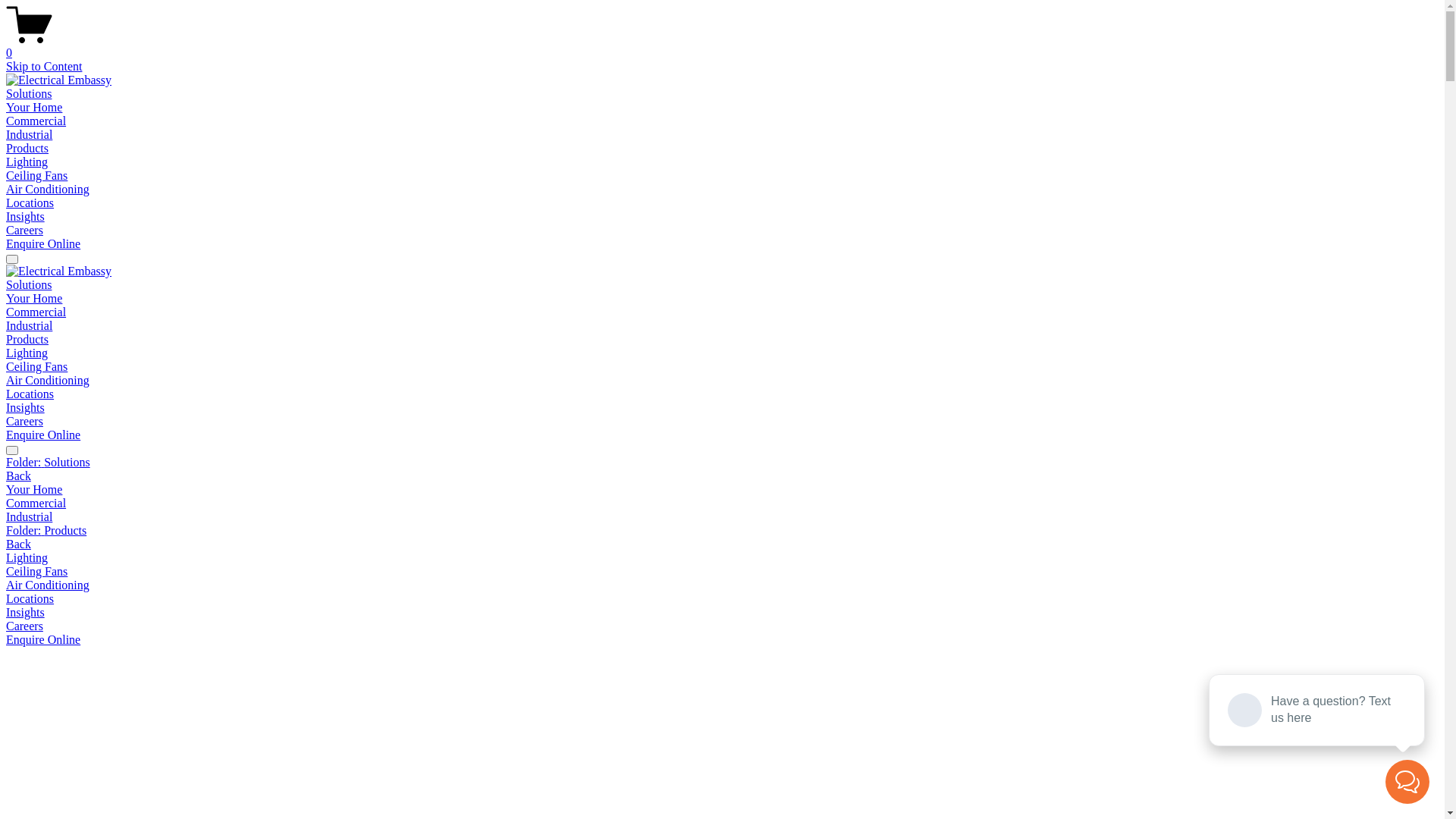  Describe the element at coordinates (721, 611) in the screenshot. I see `'Insights'` at that location.